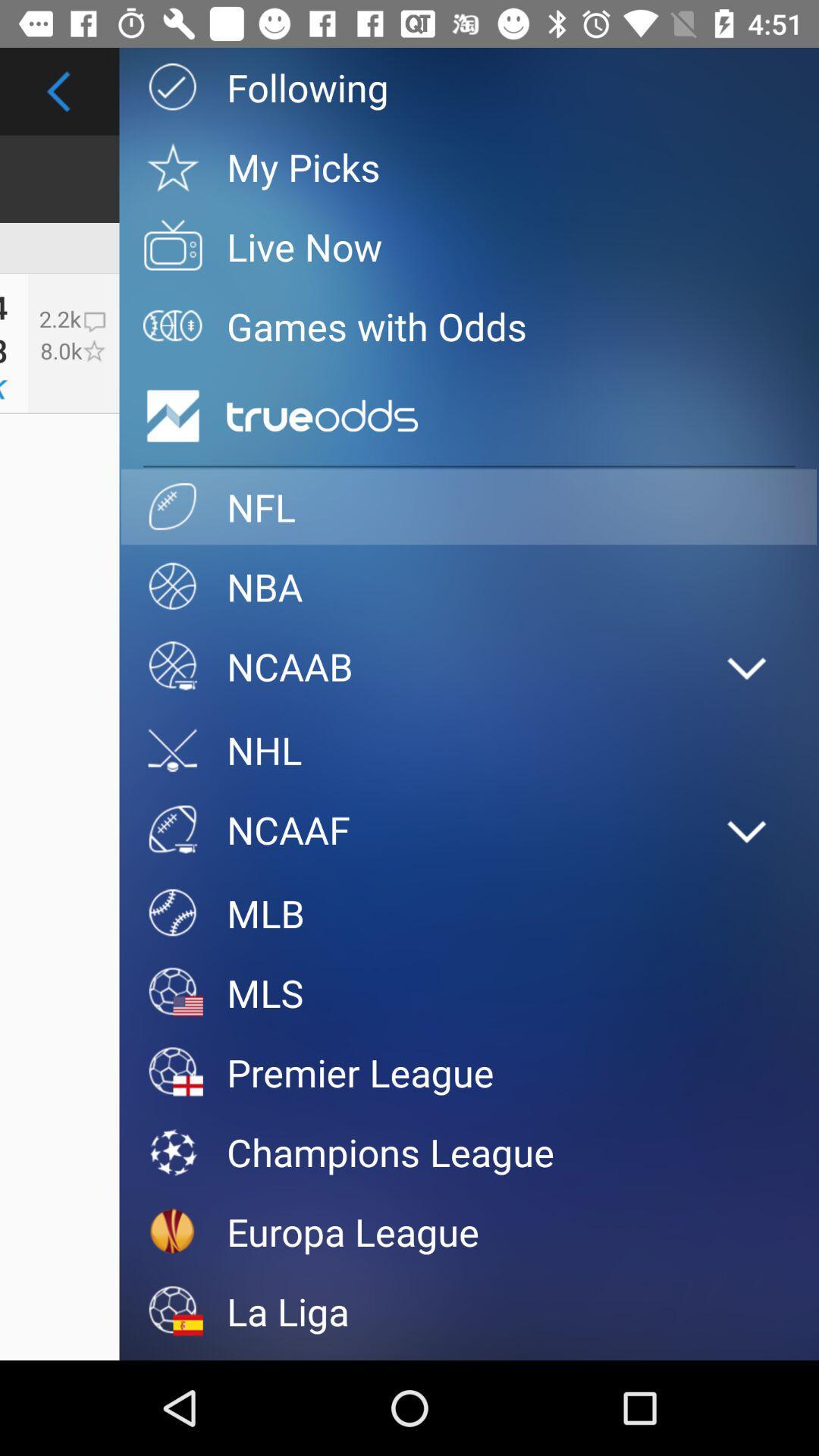 Image resolution: width=819 pixels, height=1456 pixels. Describe the element at coordinates (747, 831) in the screenshot. I see `the 2nd drop down button on the web page` at that location.